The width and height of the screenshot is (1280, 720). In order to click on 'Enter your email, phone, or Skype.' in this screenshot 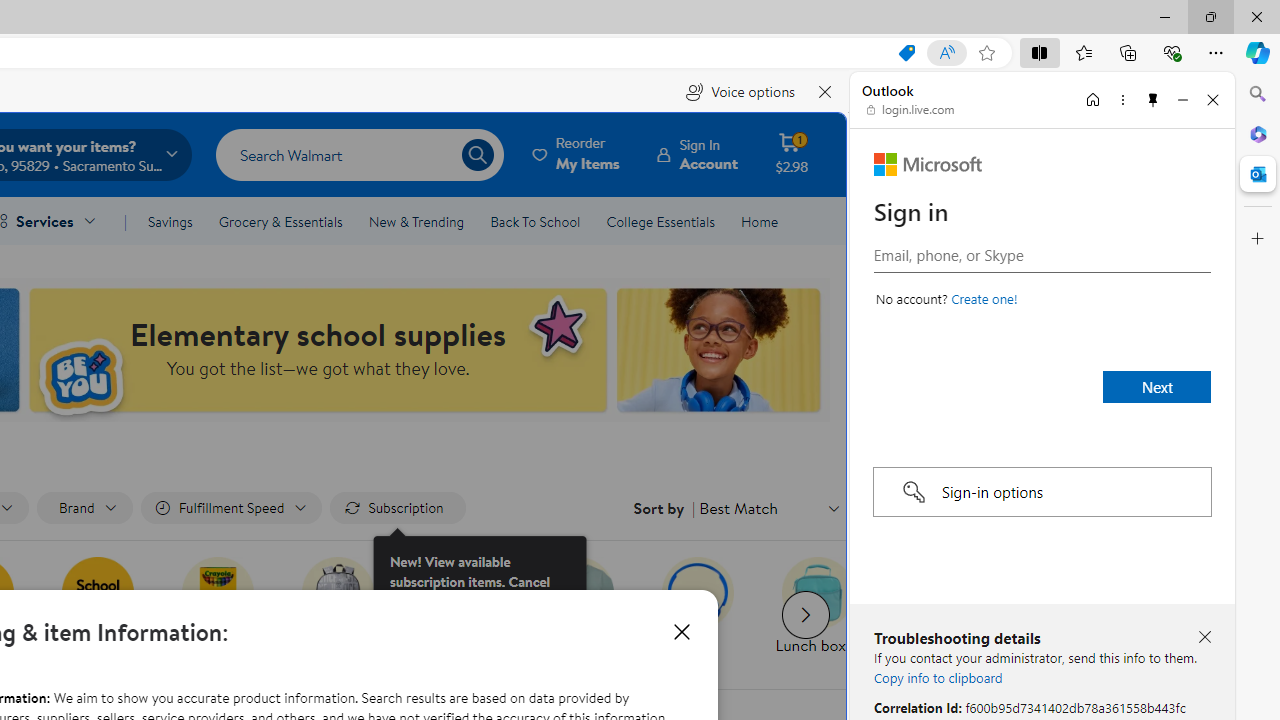, I will do `click(1041, 253)`.